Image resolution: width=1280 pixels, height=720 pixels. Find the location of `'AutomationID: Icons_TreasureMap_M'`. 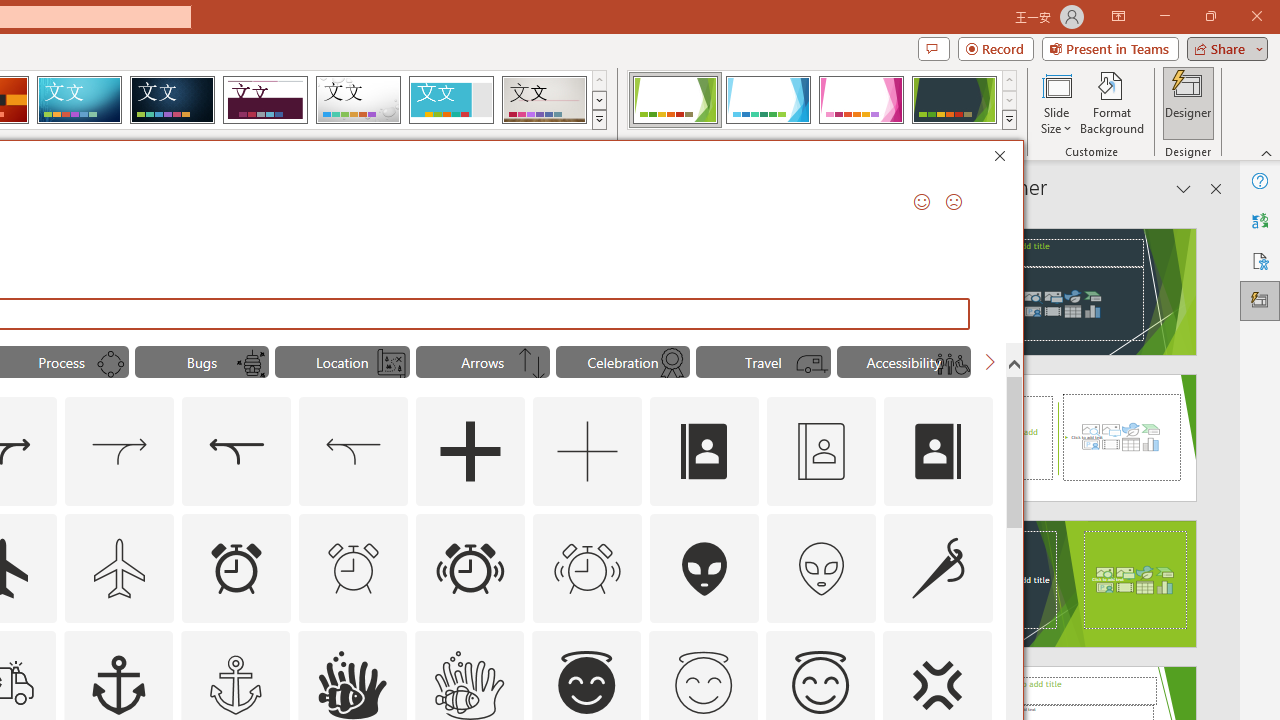

'AutomationID: Icons_TreasureMap_M' is located at coordinates (391, 364).